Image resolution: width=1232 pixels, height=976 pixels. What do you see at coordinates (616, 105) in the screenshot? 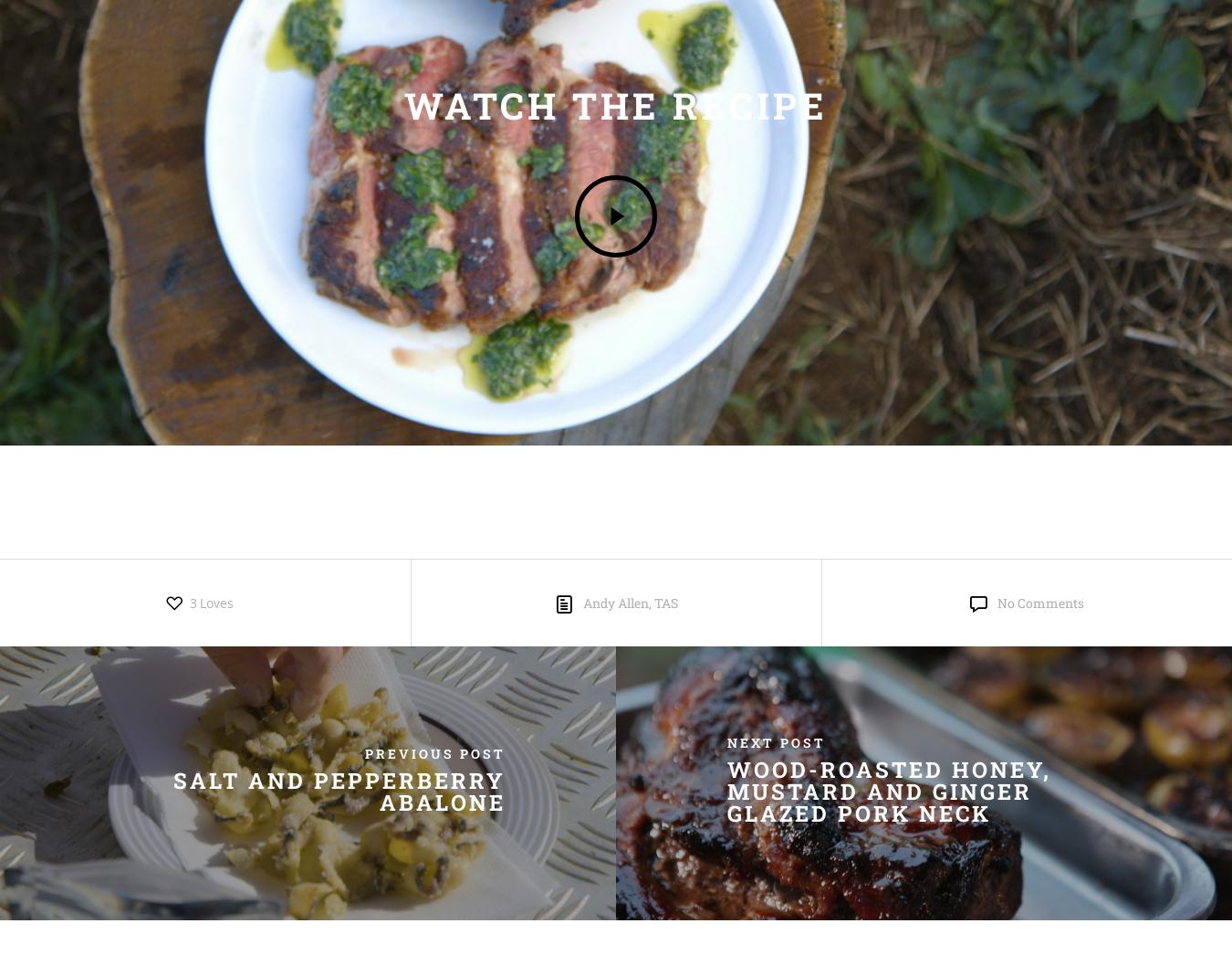
I see `'Watch The Recipe'` at bounding box center [616, 105].